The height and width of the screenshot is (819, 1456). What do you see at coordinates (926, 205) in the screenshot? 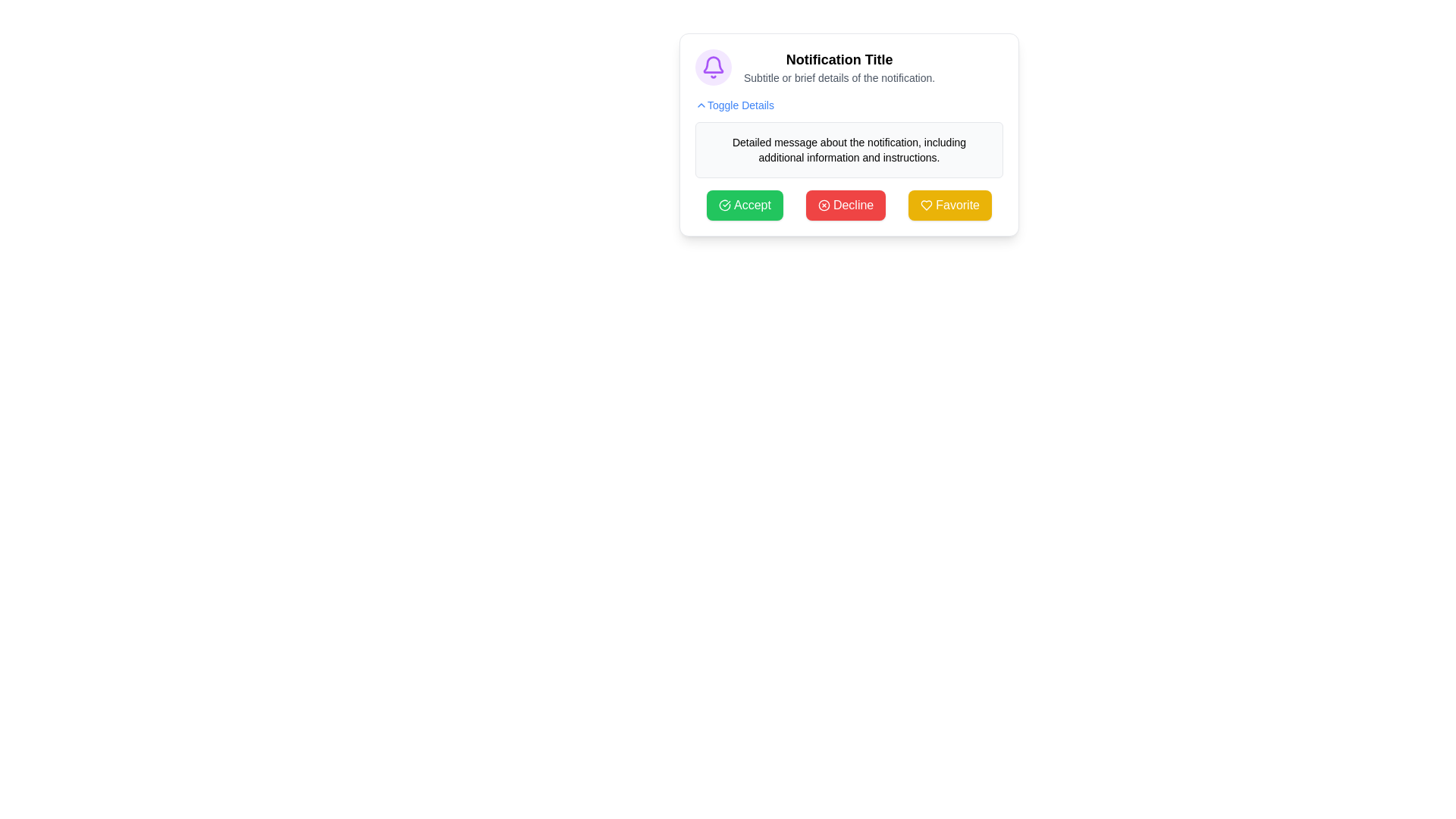
I see `the yellow heart-shaped 'Favorite' icon located in the bottom-right part of the notification card` at bounding box center [926, 205].